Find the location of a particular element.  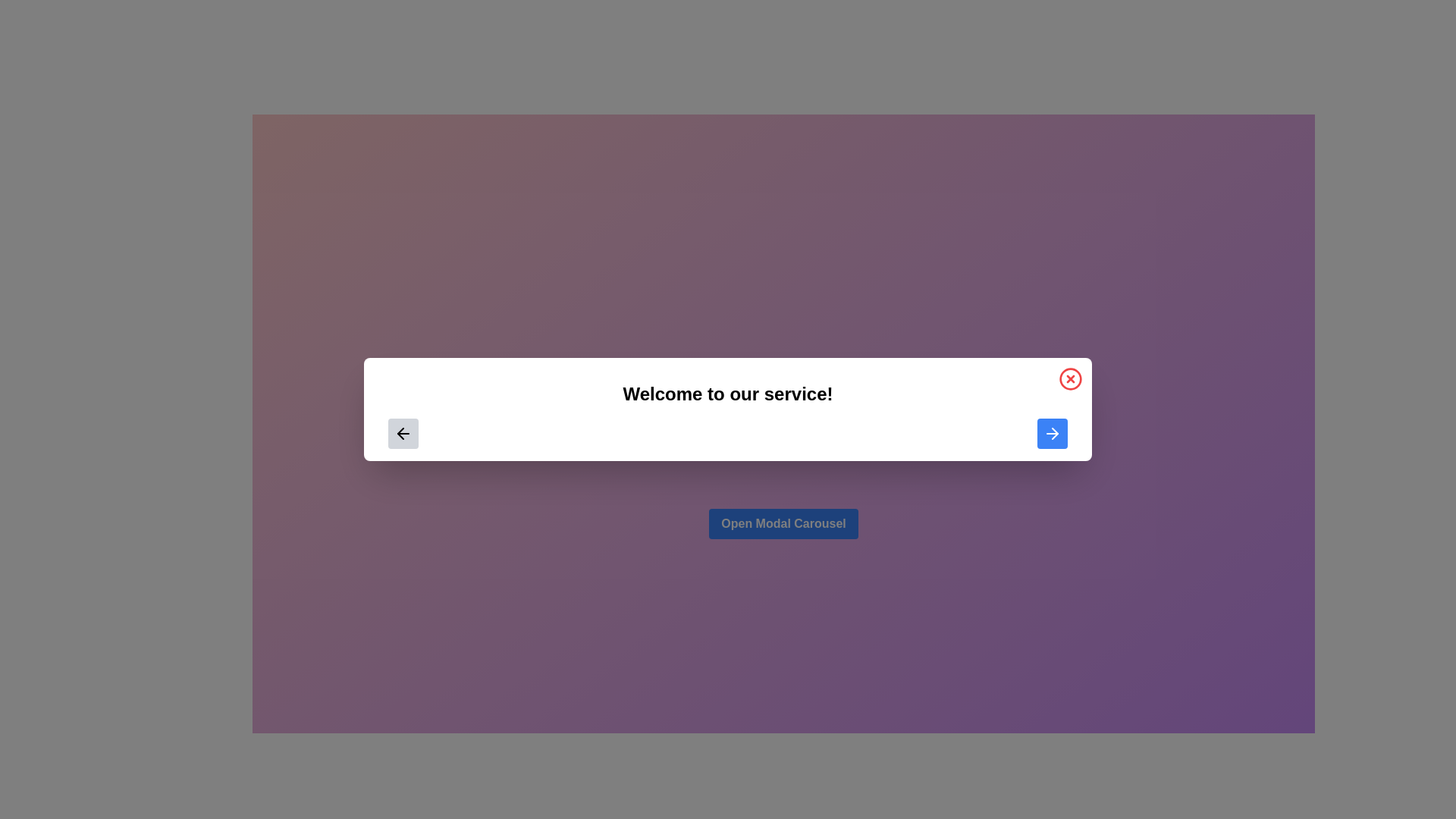

the back button located on the far left of the horizontal group within the modal interface is located at coordinates (403, 433).